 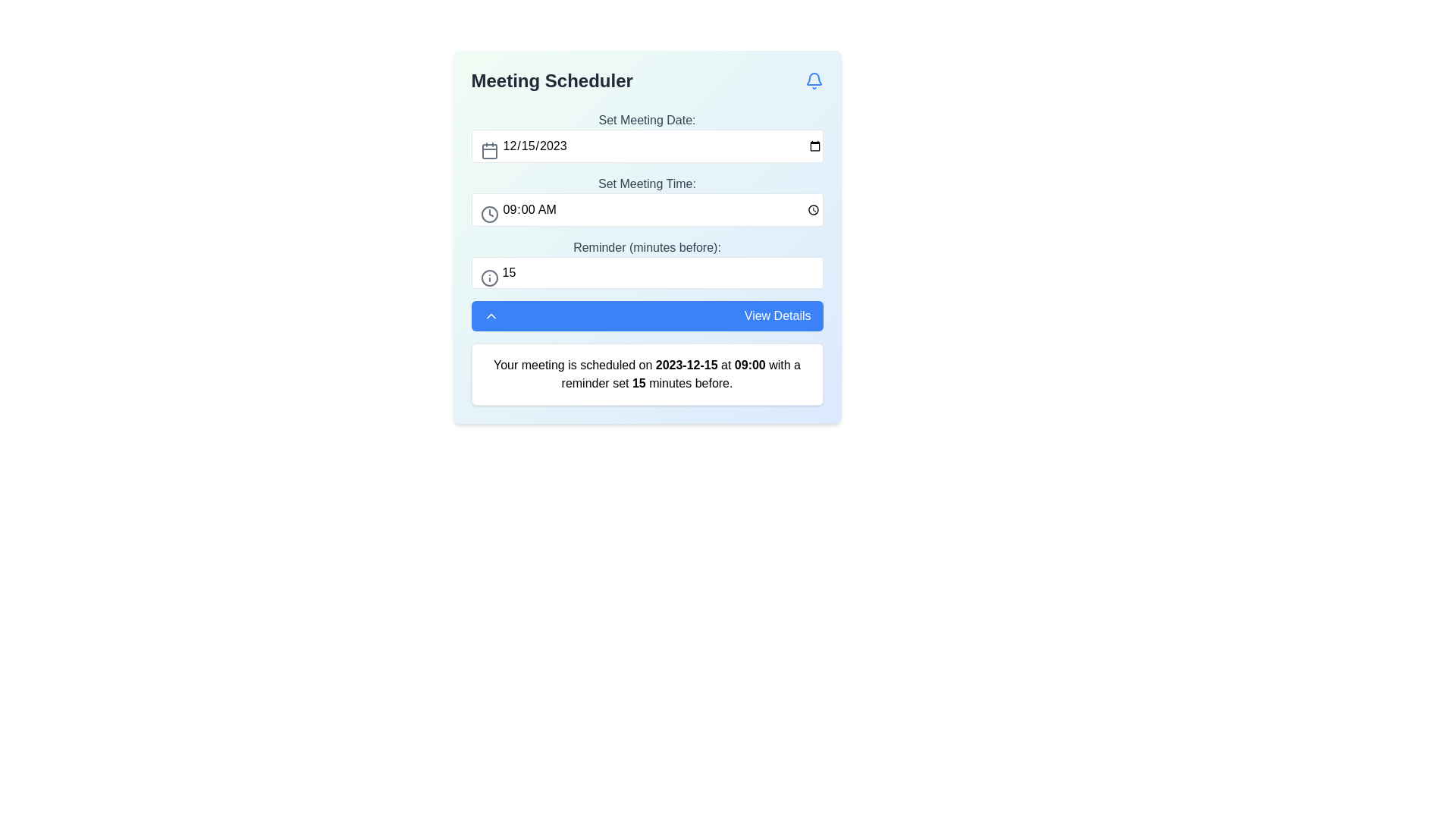 What do you see at coordinates (647, 247) in the screenshot?
I see `the text label that informs the user about the reminder time in minutes before the meeting, located centrally under the 'Set Meeting Time:' field` at bounding box center [647, 247].